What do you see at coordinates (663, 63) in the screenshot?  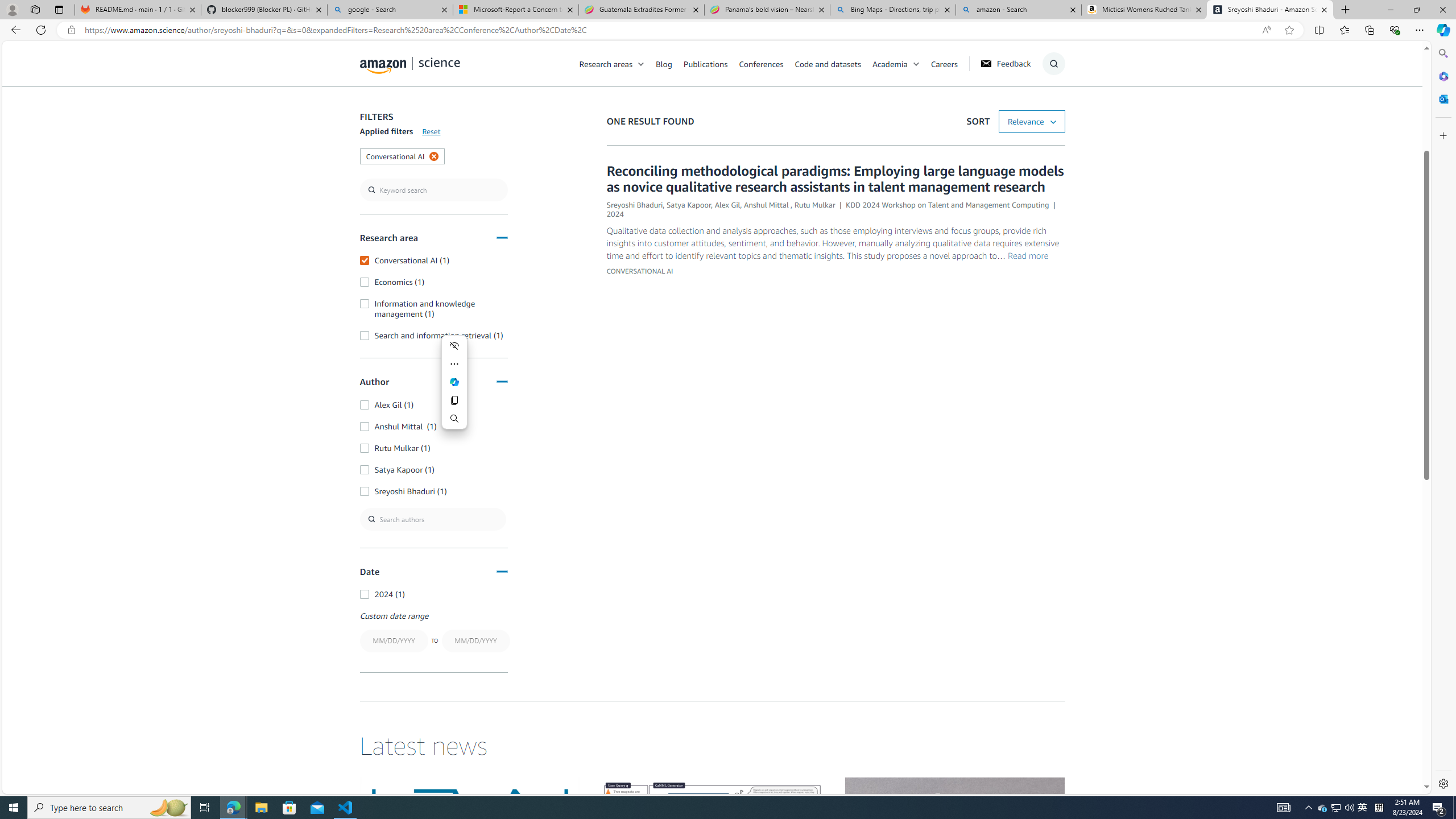 I see `'Blog'` at bounding box center [663, 63].